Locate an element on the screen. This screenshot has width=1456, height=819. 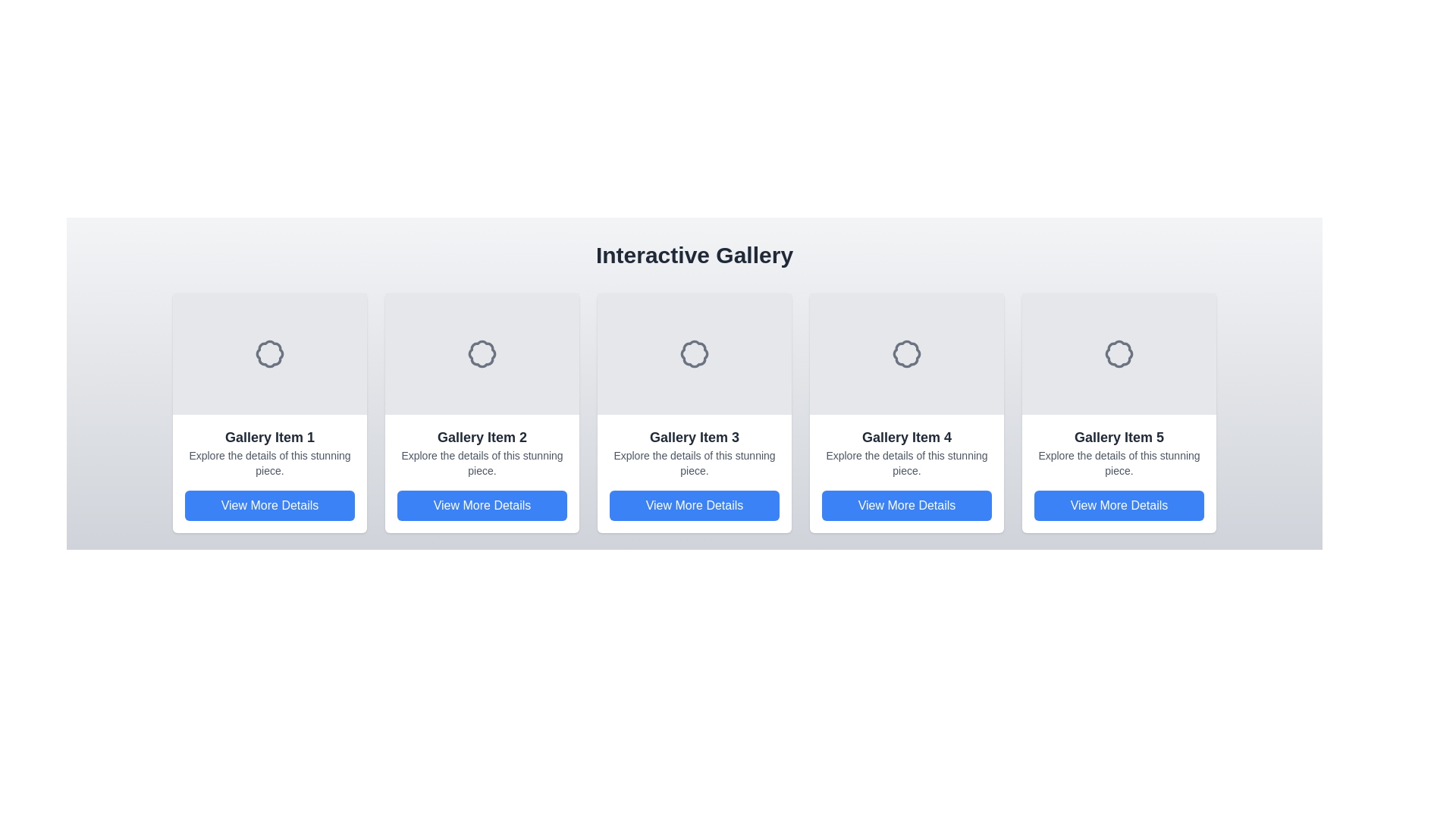
the gray circular badge icon with wavy edges located in the center of the rectangular card labeled 'Gallery Item 4' is located at coordinates (906, 353).